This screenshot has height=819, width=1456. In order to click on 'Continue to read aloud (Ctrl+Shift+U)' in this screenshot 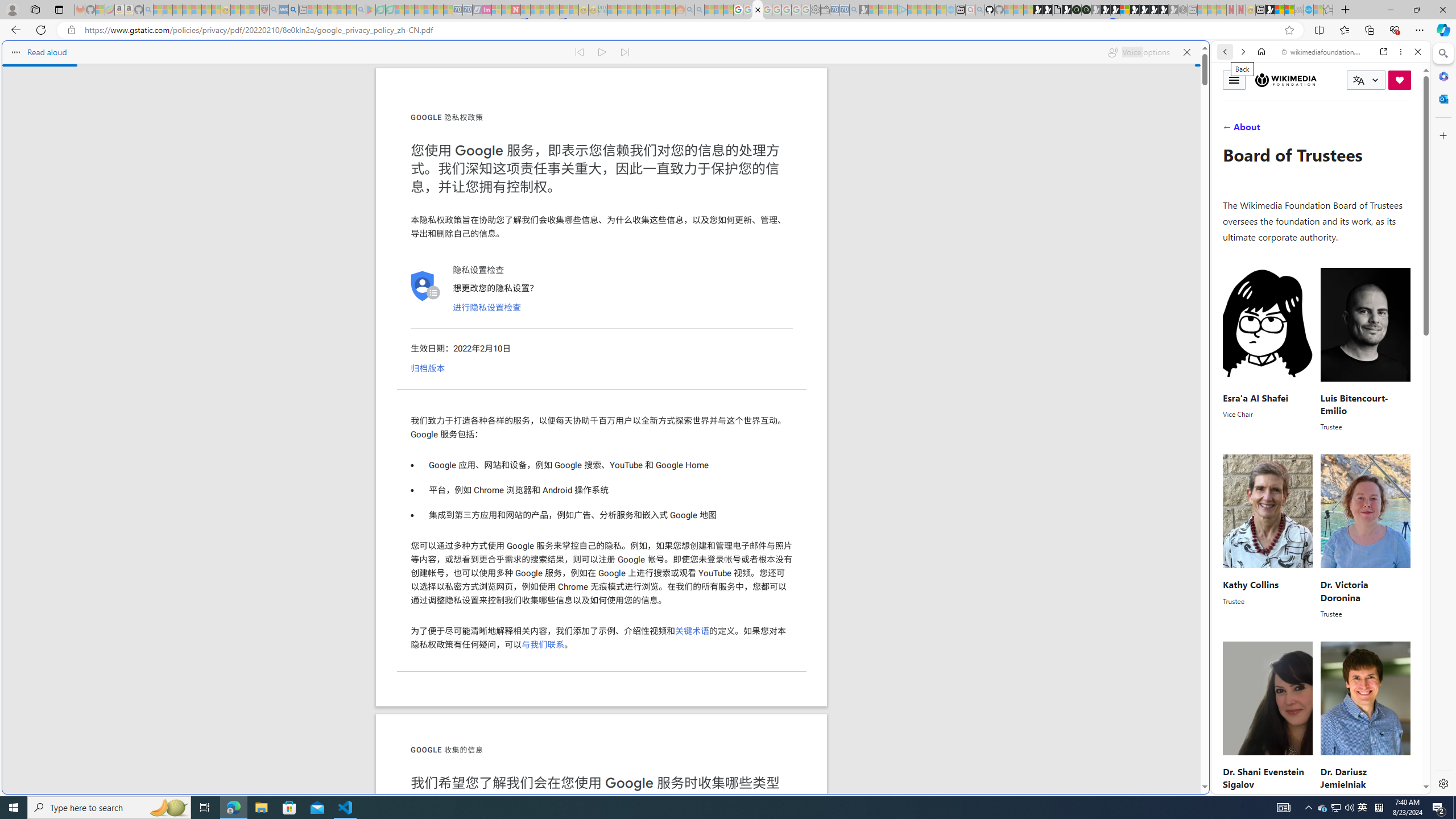, I will do `click(602, 52)`.